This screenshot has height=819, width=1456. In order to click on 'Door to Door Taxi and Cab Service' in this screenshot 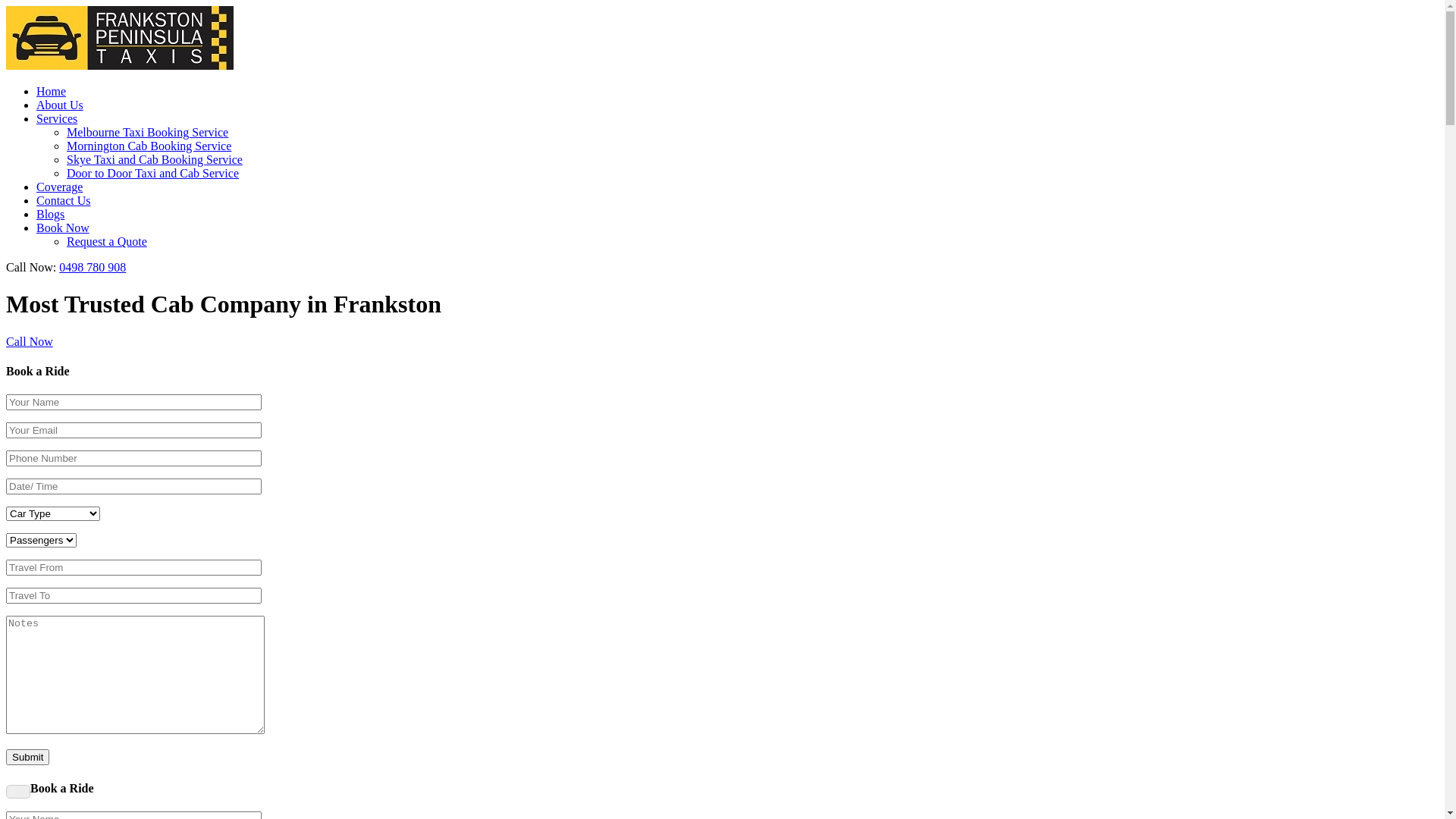, I will do `click(152, 172)`.